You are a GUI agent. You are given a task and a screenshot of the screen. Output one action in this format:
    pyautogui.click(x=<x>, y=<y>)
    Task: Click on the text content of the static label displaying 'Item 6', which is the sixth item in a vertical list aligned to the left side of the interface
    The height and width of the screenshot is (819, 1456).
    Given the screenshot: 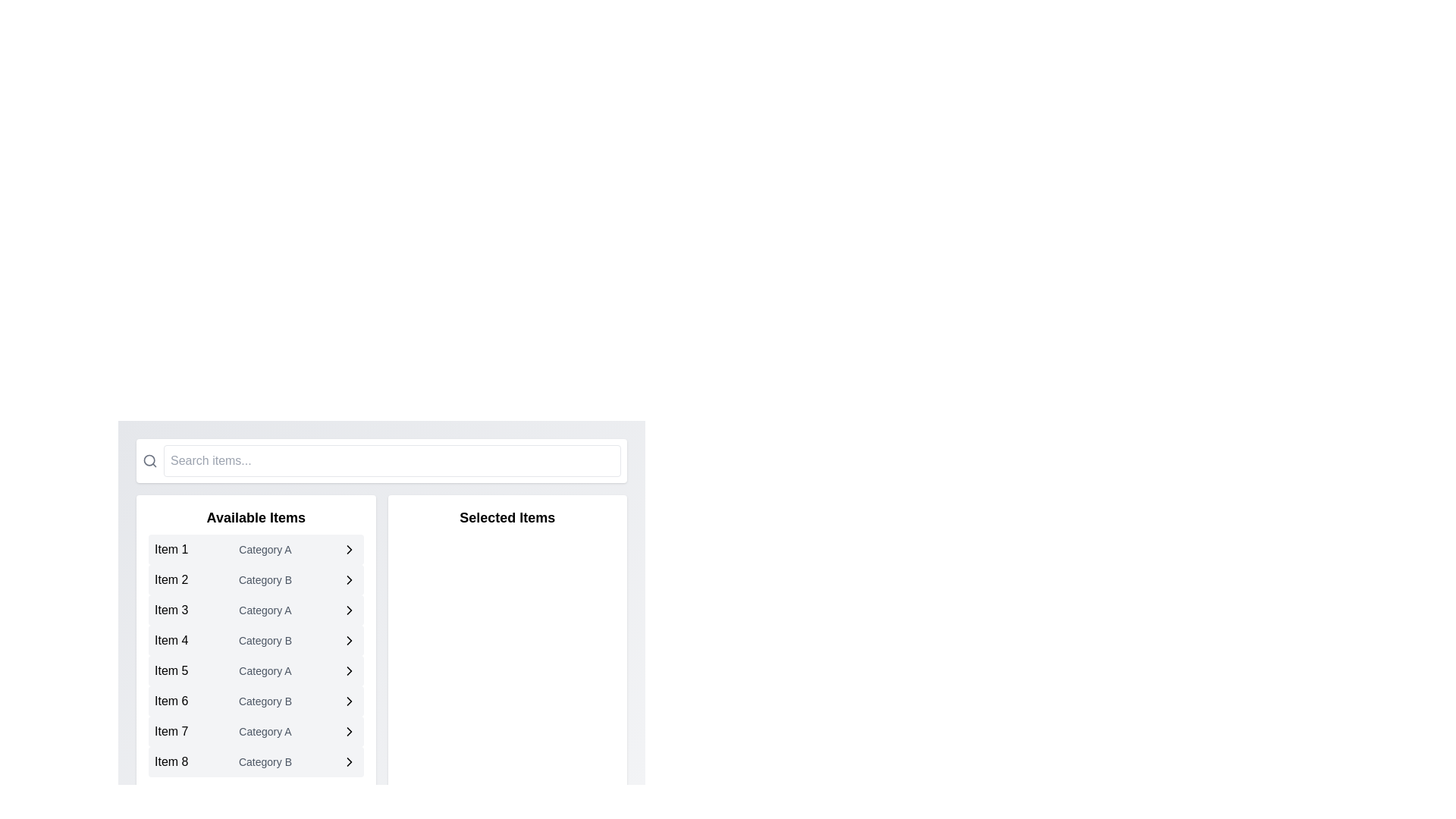 What is the action you would take?
    pyautogui.click(x=171, y=701)
    